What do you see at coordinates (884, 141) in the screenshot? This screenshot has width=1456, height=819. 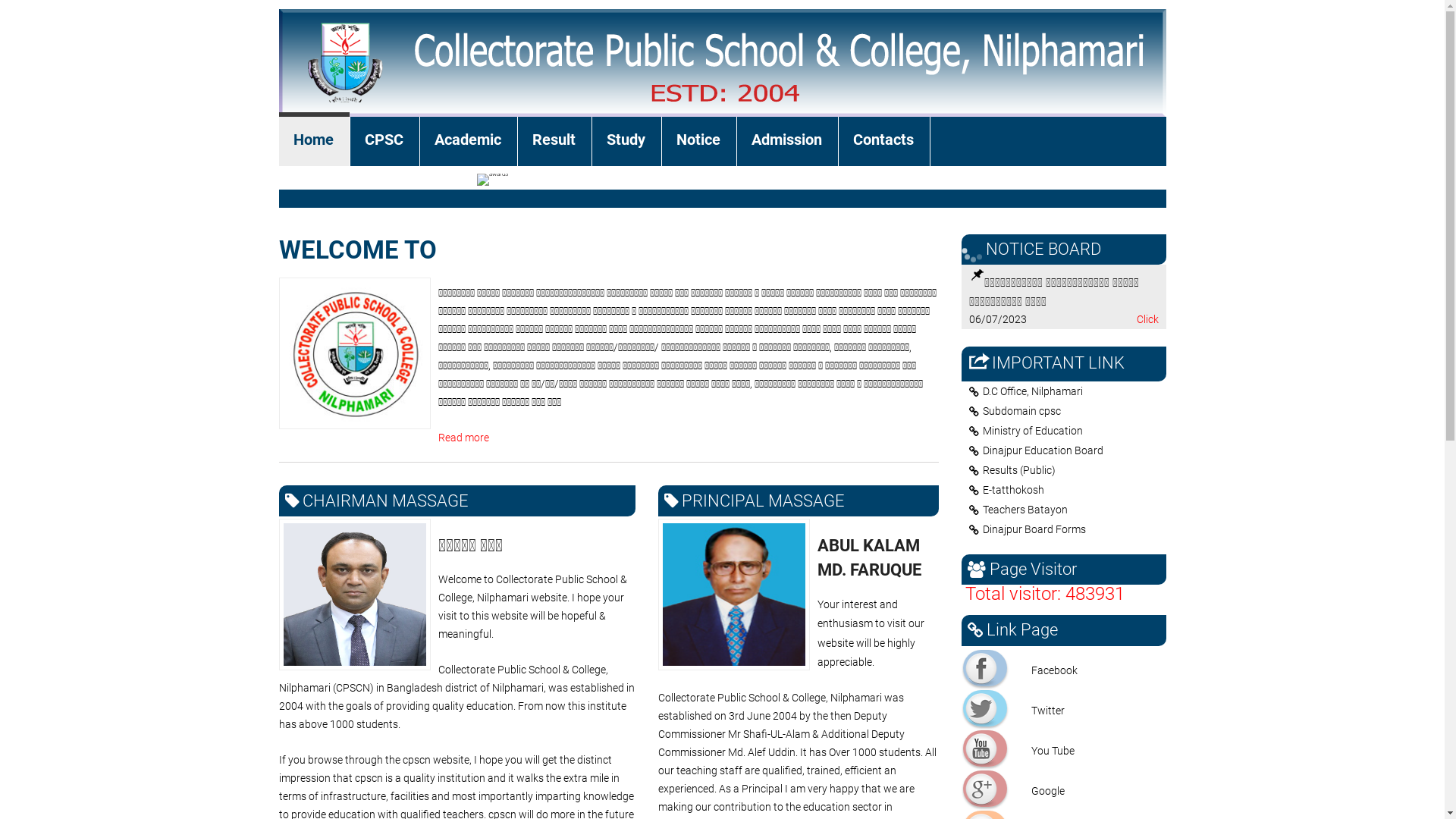 I see `'Contacts'` at bounding box center [884, 141].